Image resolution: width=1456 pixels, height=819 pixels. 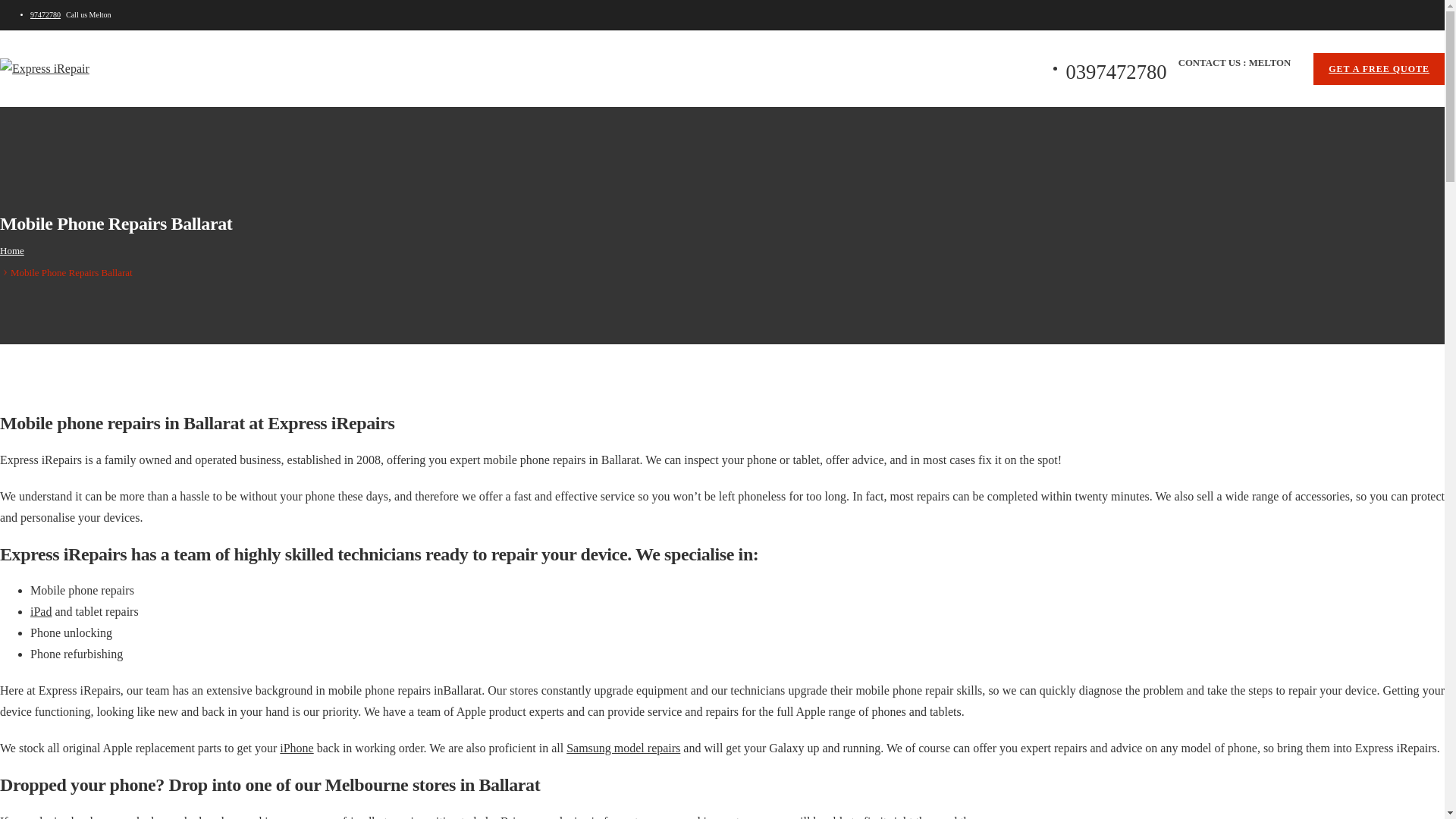 I want to click on 'Home', so click(x=11, y=249).